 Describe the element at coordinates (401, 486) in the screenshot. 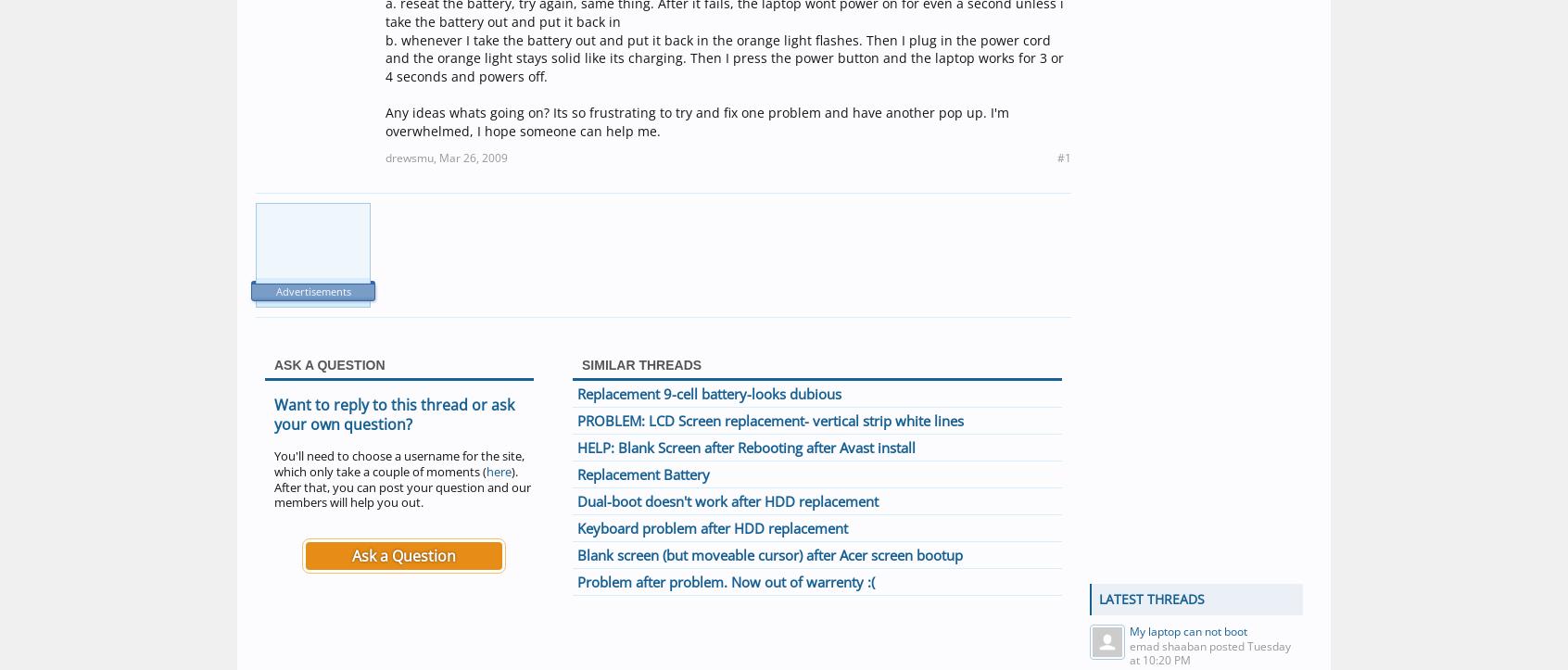

I see `'). After that, you can post your question and our members will help you out.'` at that location.